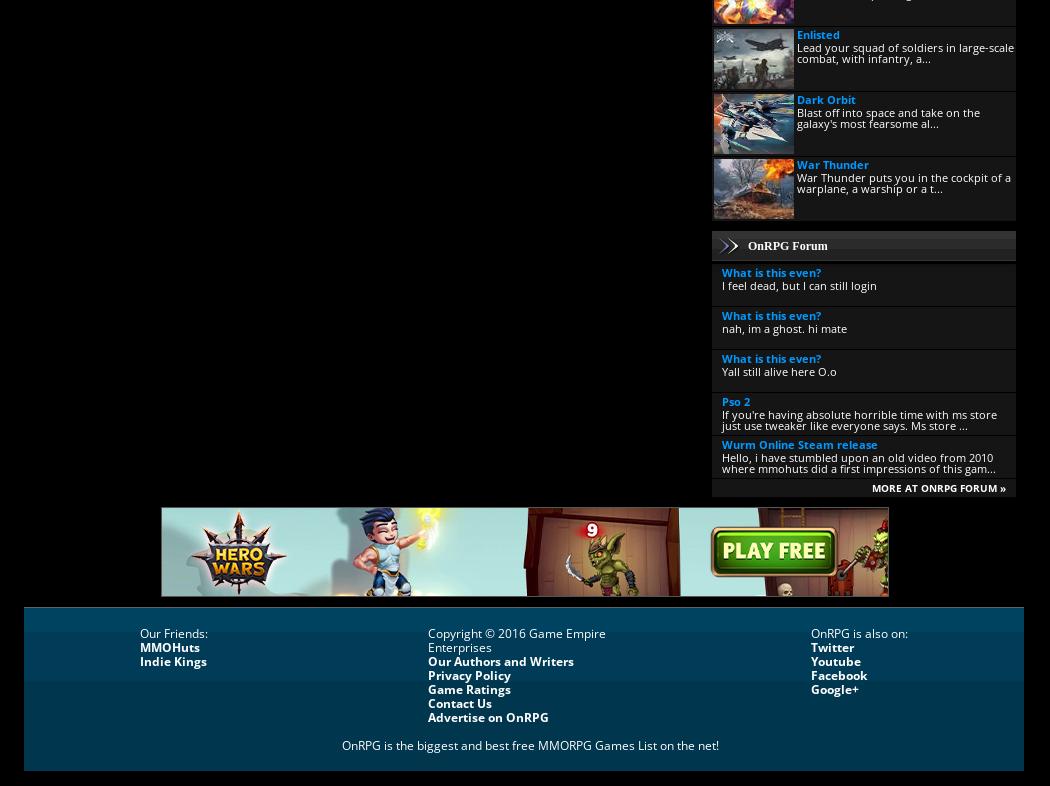  What do you see at coordinates (761, 709) in the screenshot?
I see `'Anarchy Online'` at bounding box center [761, 709].